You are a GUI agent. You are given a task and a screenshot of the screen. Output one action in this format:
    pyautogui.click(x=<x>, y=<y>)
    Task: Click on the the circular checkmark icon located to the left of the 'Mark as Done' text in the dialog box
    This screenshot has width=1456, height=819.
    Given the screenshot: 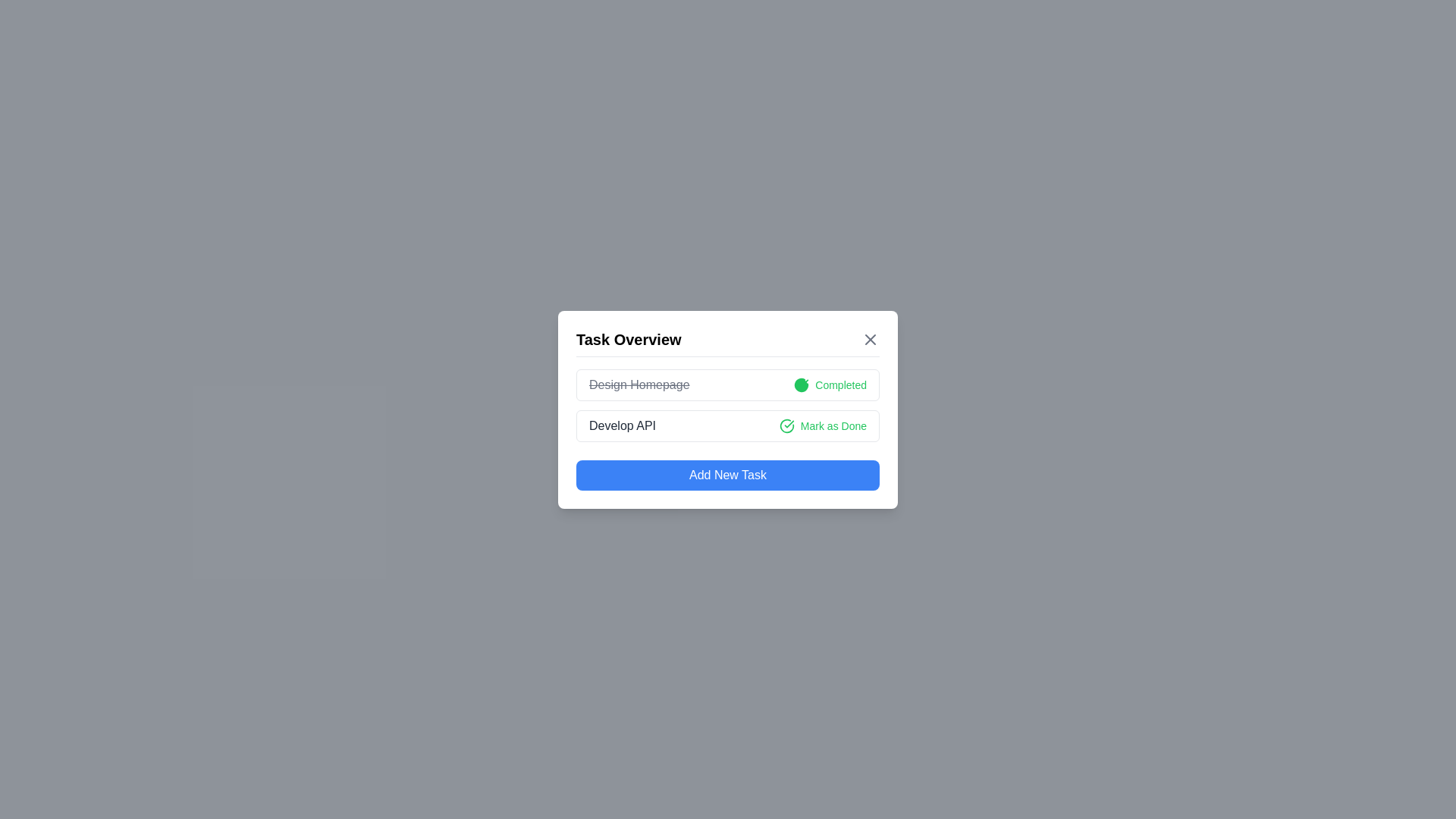 What is the action you would take?
    pyautogui.click(x=786, y=425)
    